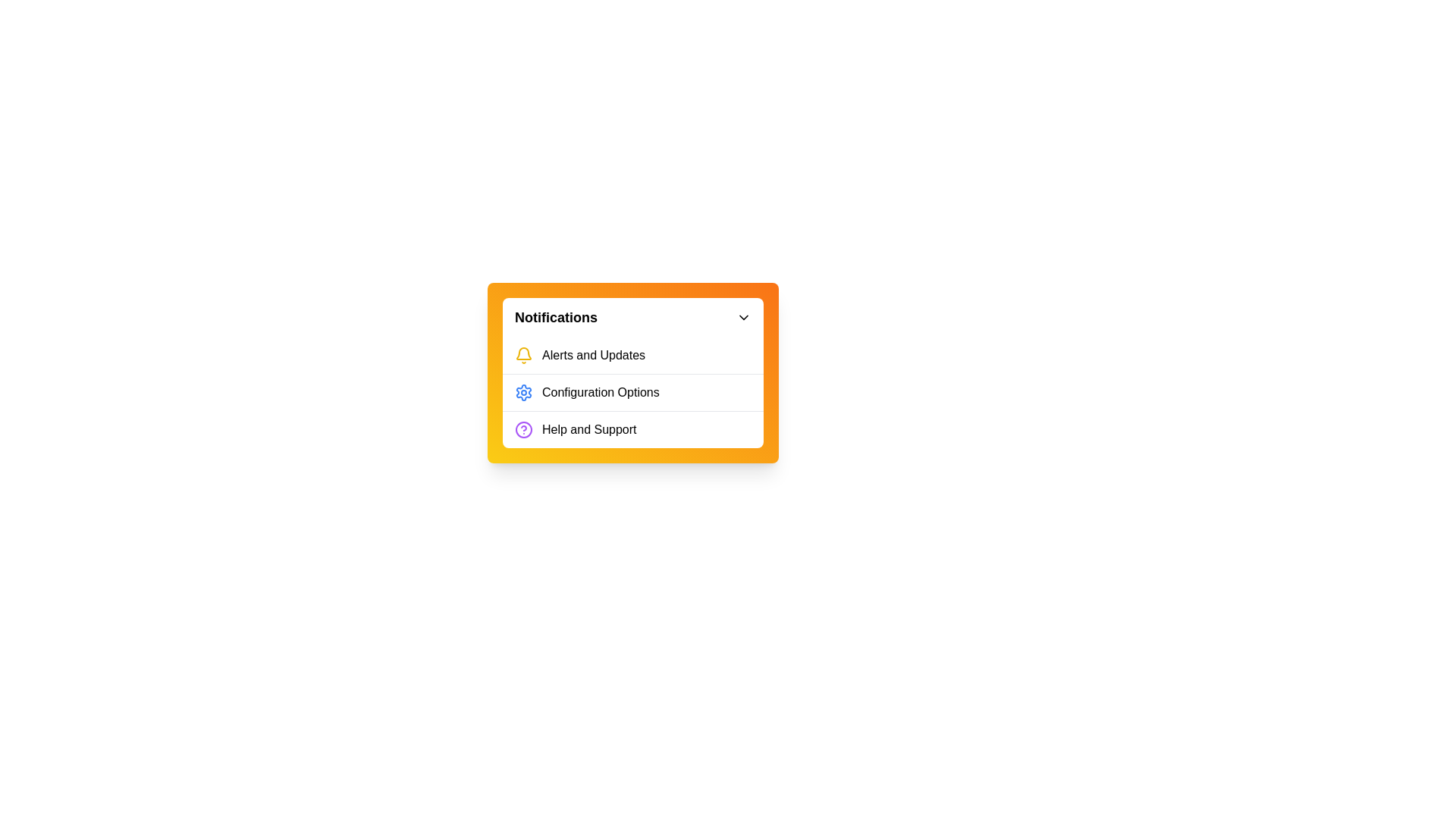  Describe the element at coordinates (633, 429) in the screenshot. I see `the 'Help and Support' item in the notification panel` at that location.